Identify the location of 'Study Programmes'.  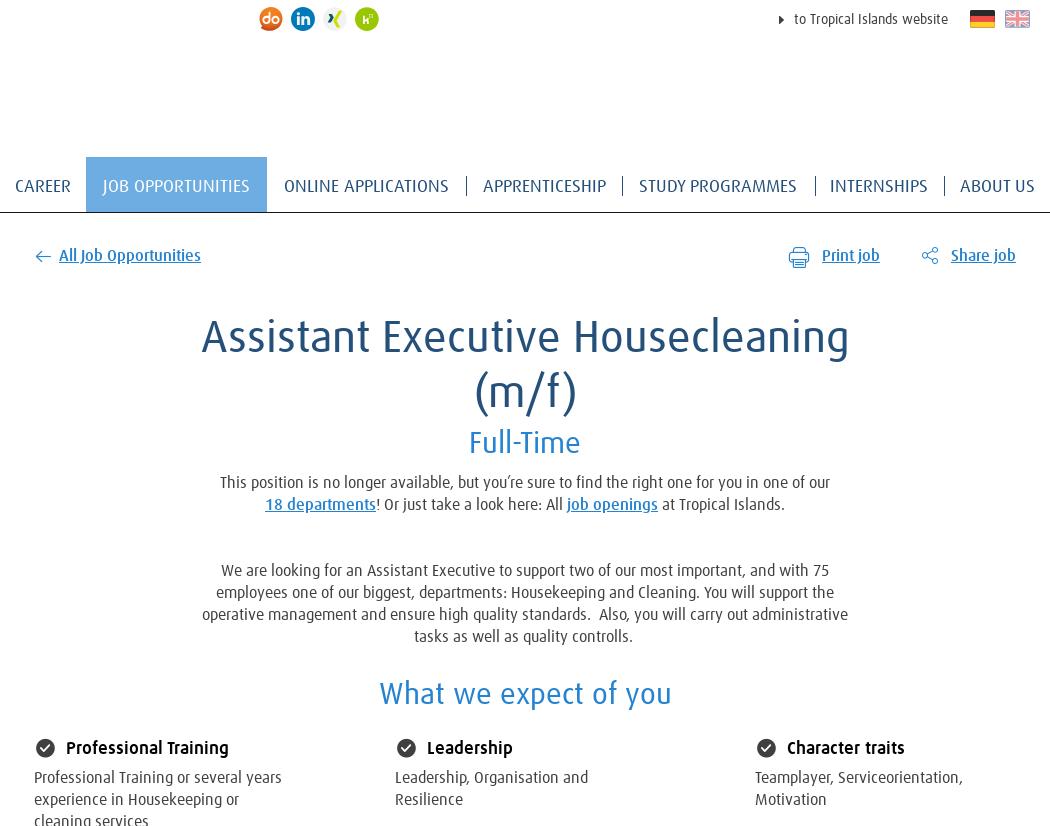
(638, 187).